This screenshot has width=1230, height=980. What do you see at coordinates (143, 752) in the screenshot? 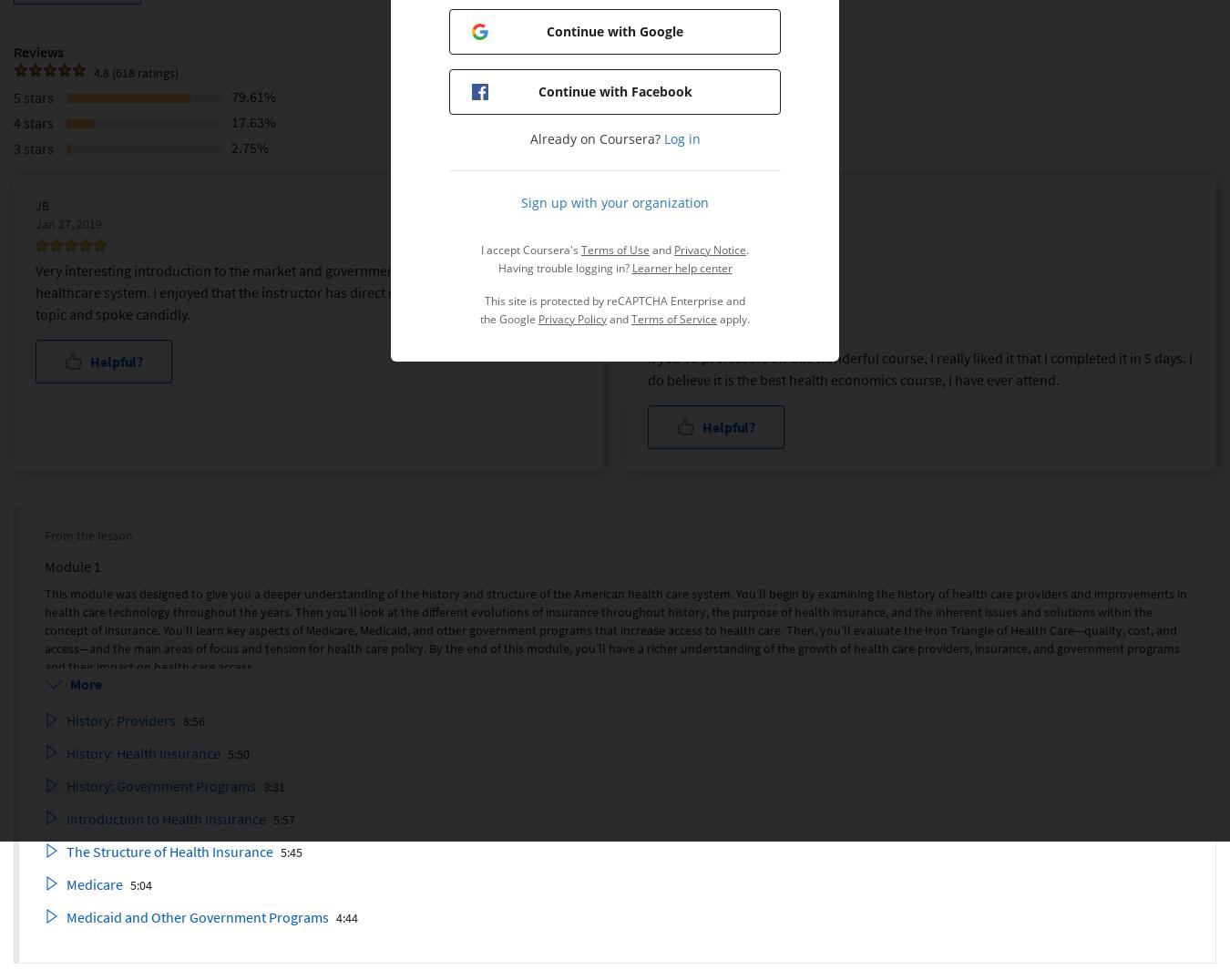
I see `'History: Health Insurance'` at bounding box center [143, 752].